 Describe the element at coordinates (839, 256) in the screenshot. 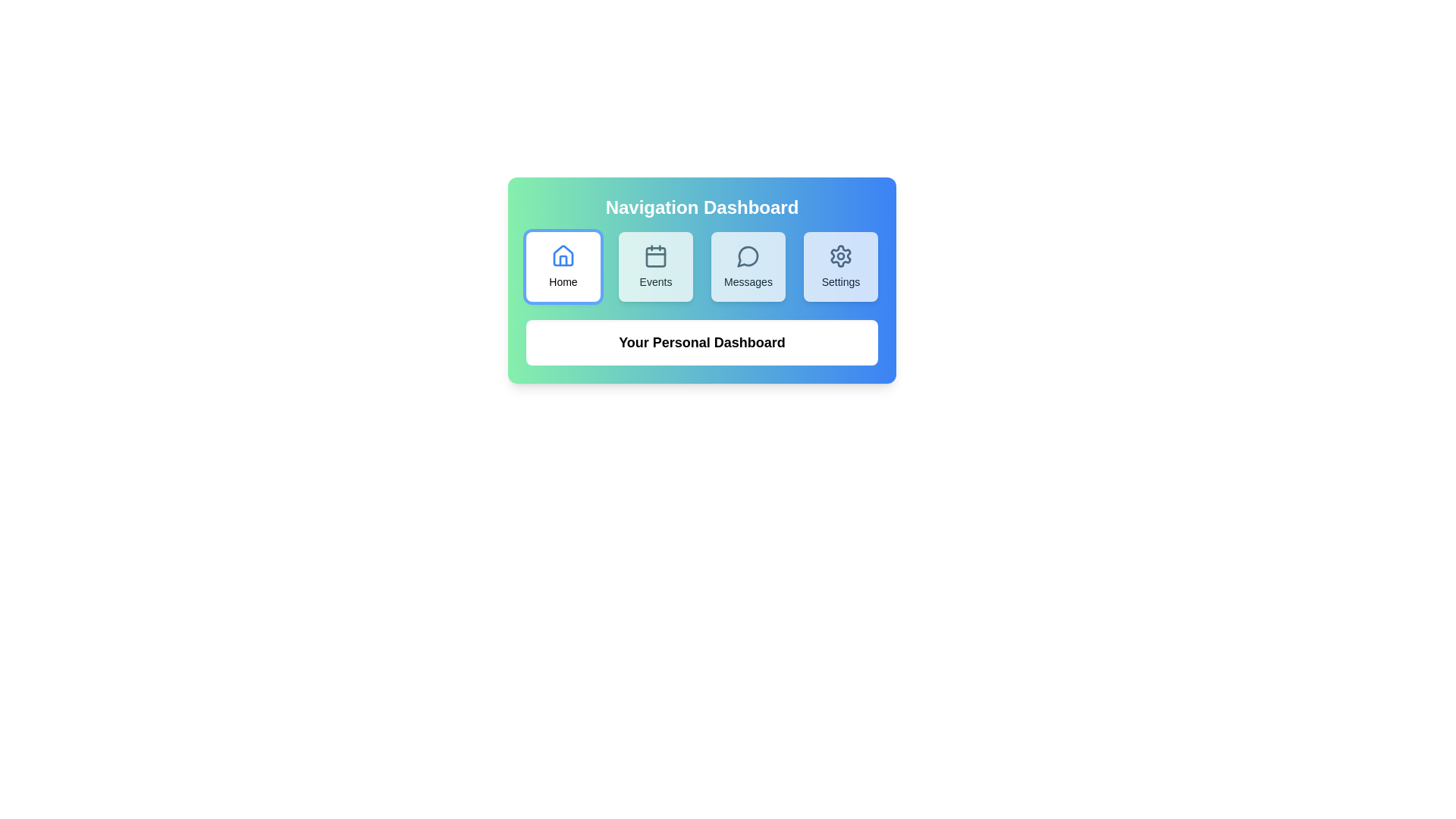

I see `the settings icon located as the fourth item from the left in the navigation segment` at that location.